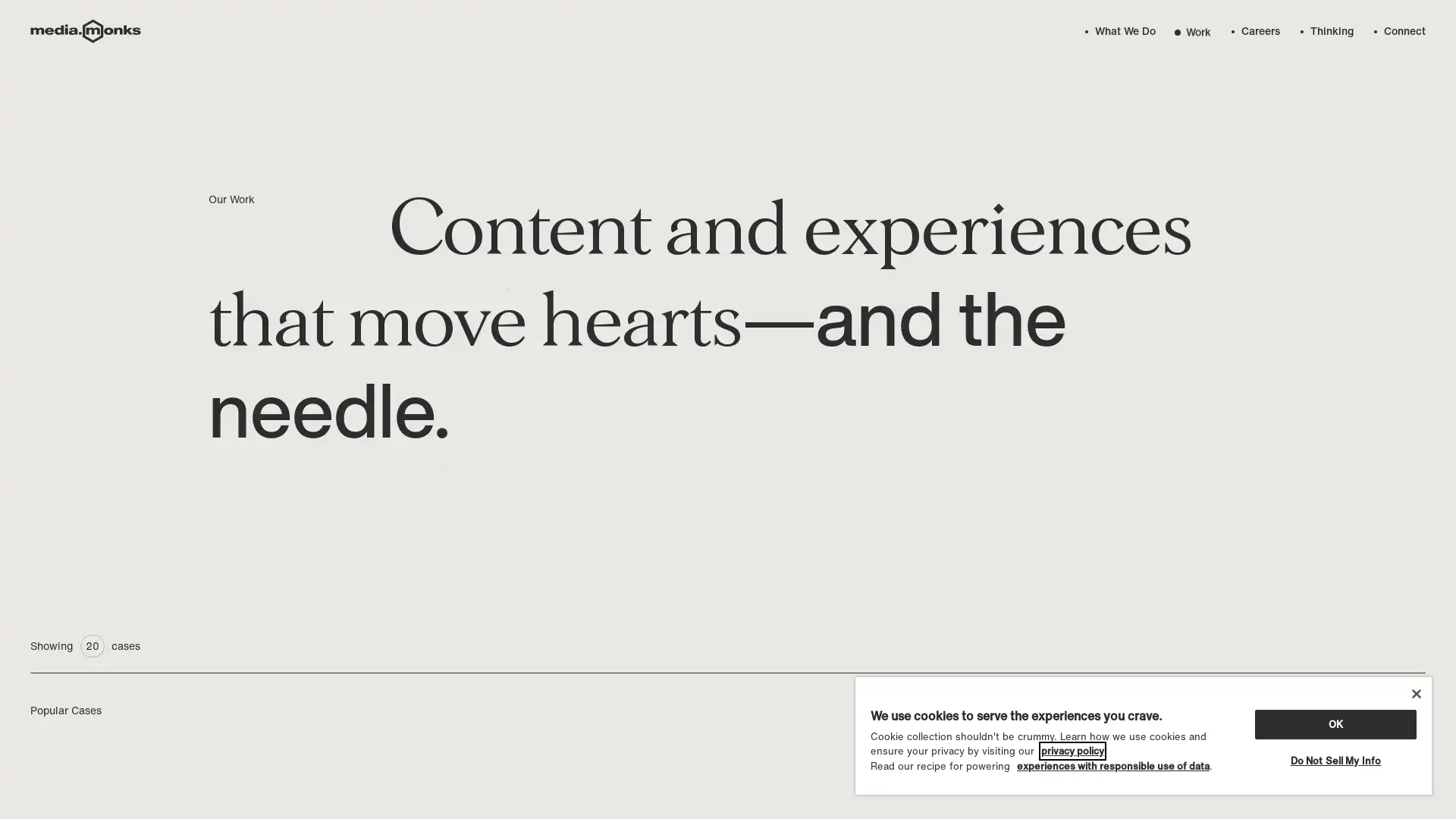 The width and height of the screenshot is (1456, 819). What do you see at coordinates (1335, 723) in the screenshot?
I see `OK` at bounding box center [1335, 723].